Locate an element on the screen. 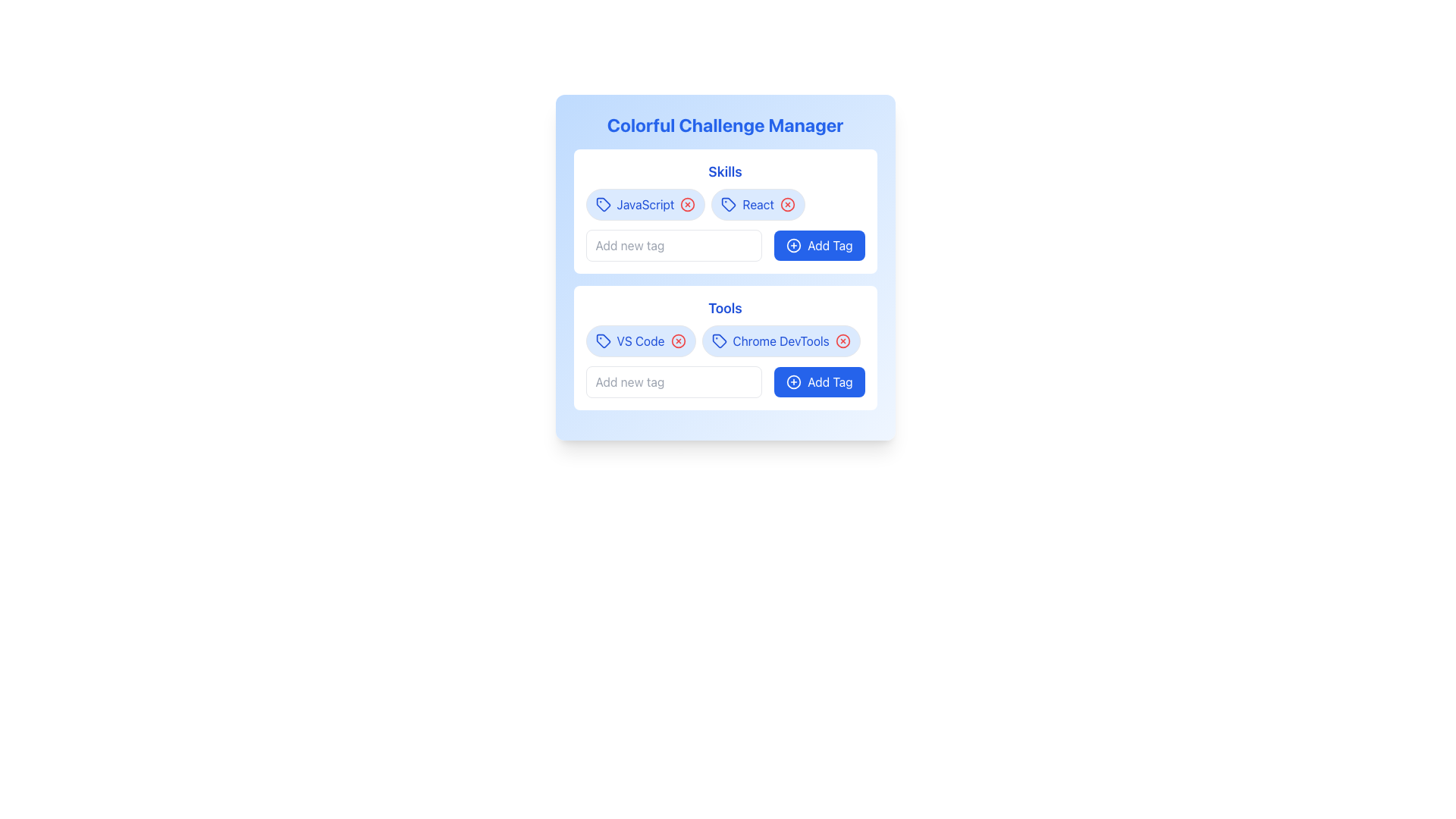 The height and width of the screenshot is (819, 1456). the Circle SVG element that is part of the 'Add Tag' button in the 'Skills' section of the interface is located at coordinates (793, 245).